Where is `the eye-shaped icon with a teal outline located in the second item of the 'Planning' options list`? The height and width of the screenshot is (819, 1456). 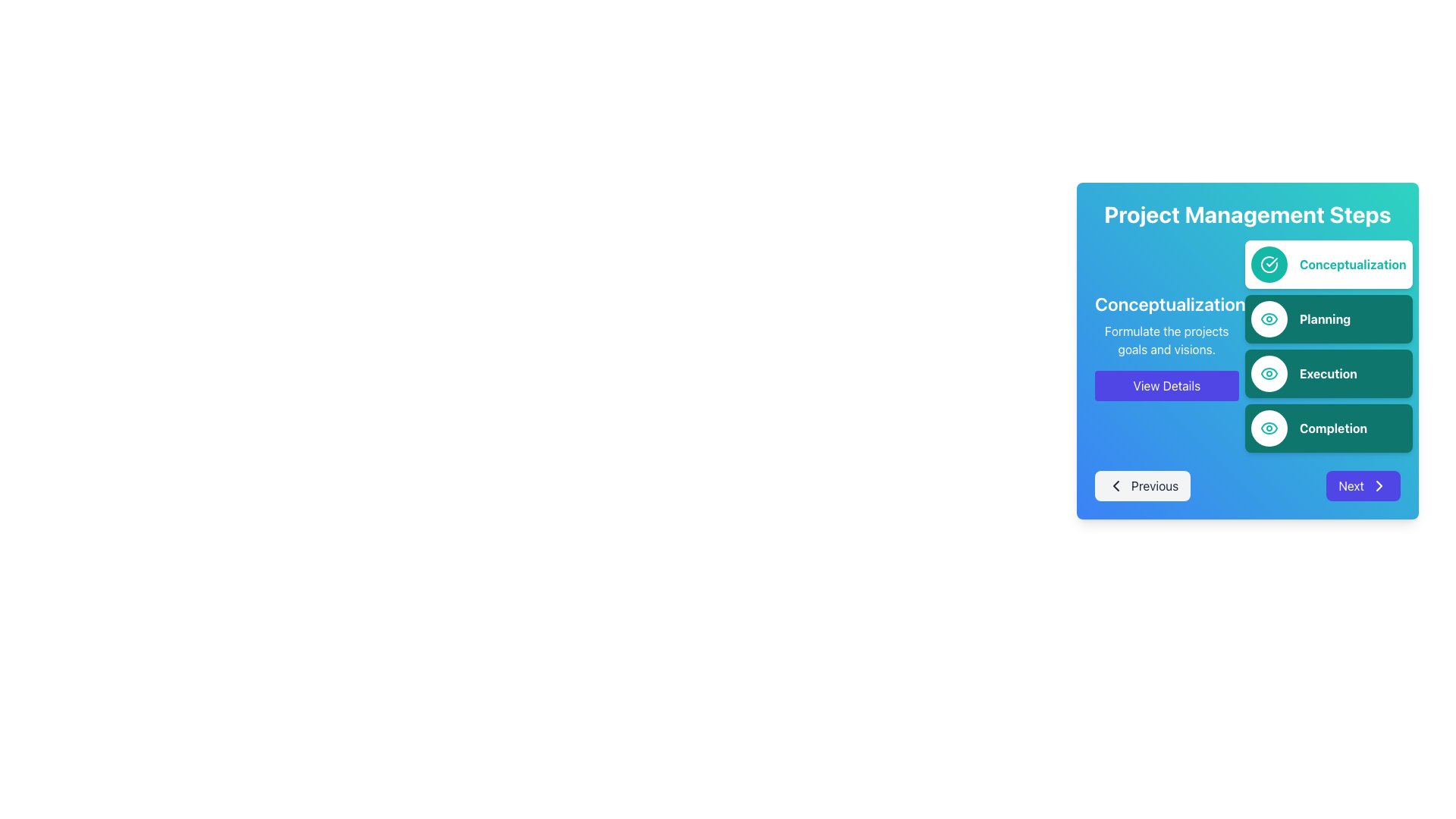
the eye-shaped icon with a teal outline located in the second item of the 'Planning' options list is located at coordinates (1269, 318).